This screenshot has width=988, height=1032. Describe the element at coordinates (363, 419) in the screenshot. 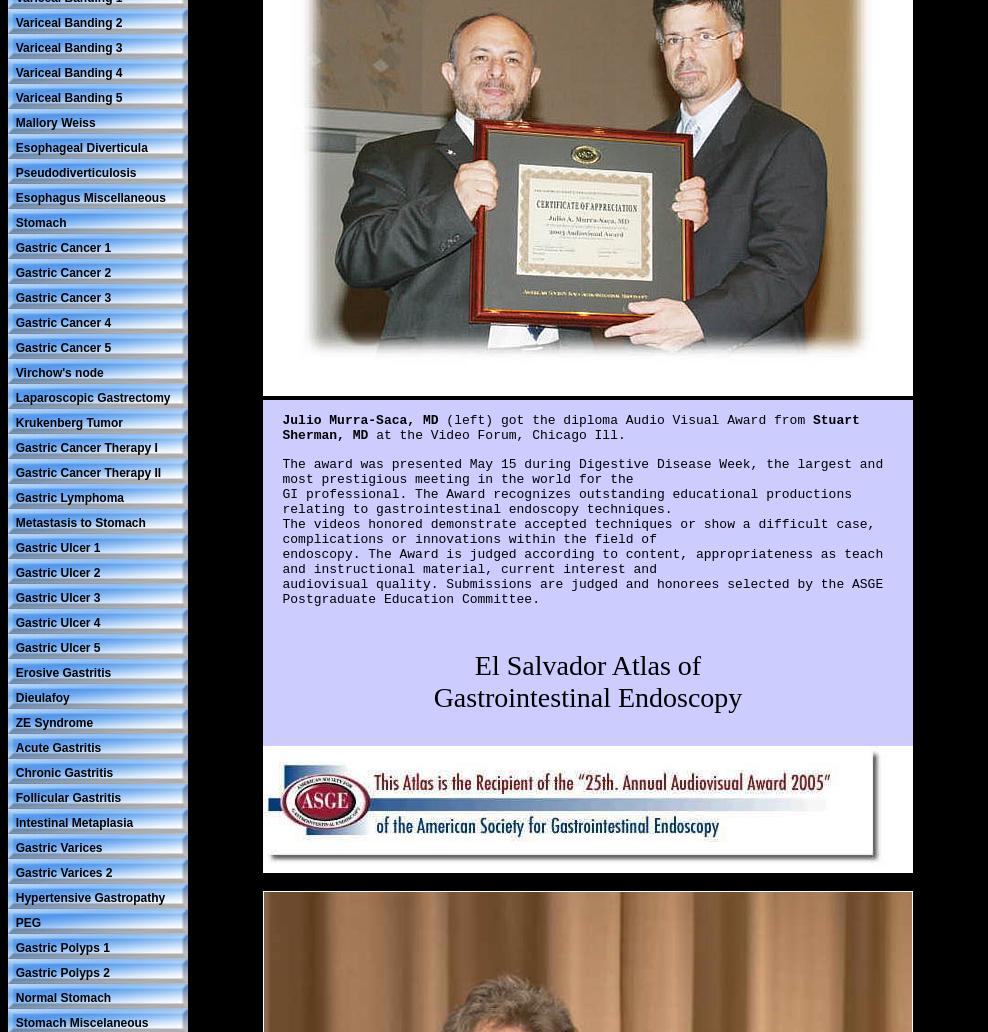

I see `'Julio Murra-Saca, MD'` at that location.